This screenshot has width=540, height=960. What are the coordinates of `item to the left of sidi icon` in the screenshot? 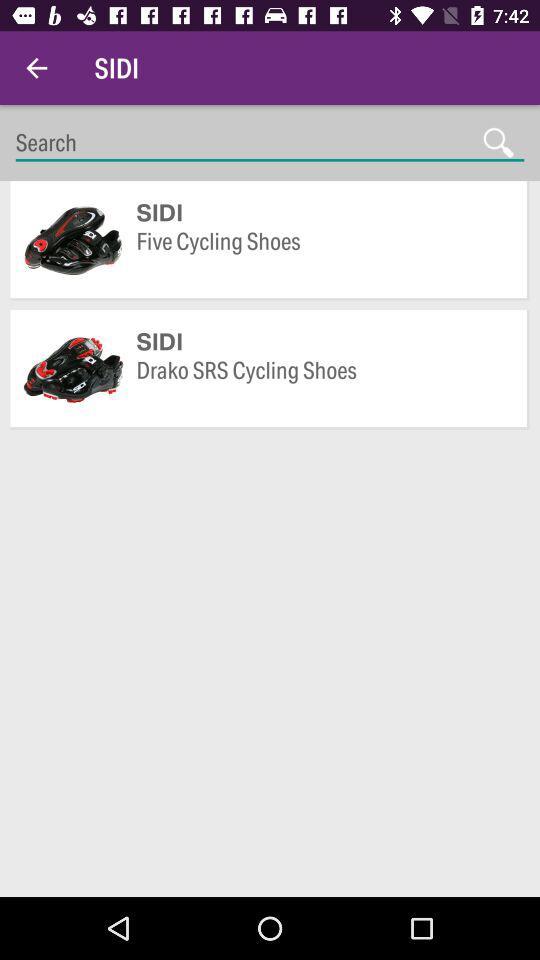 It's located at (36, 68).